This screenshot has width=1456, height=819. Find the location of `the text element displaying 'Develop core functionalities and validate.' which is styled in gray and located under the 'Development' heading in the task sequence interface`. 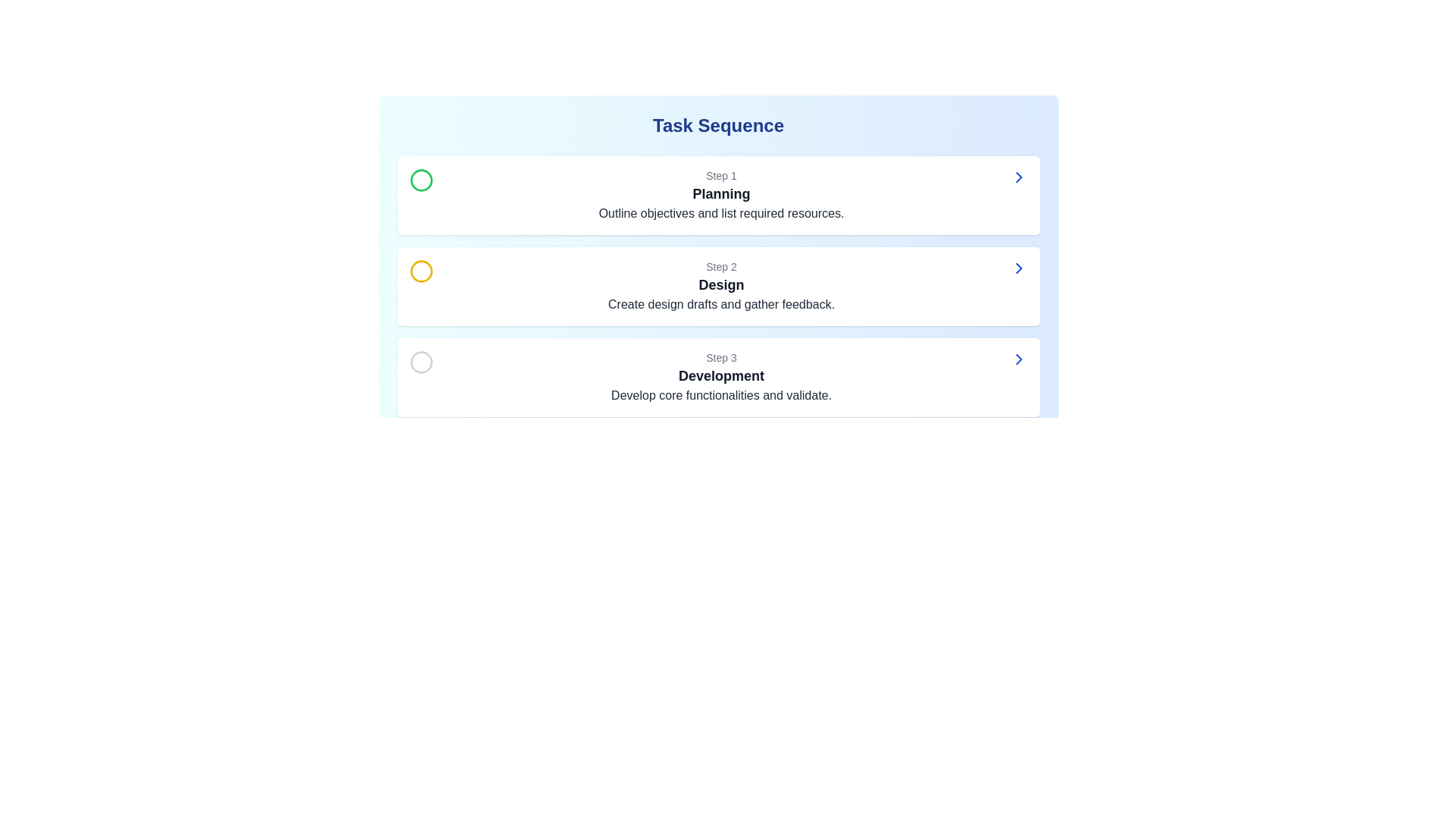

the text element displaying 'Develop core functionalities and validate.' which is styled in gray and located under the 'Development' heading in the task sequence interface is located at coordinates (720, 394).